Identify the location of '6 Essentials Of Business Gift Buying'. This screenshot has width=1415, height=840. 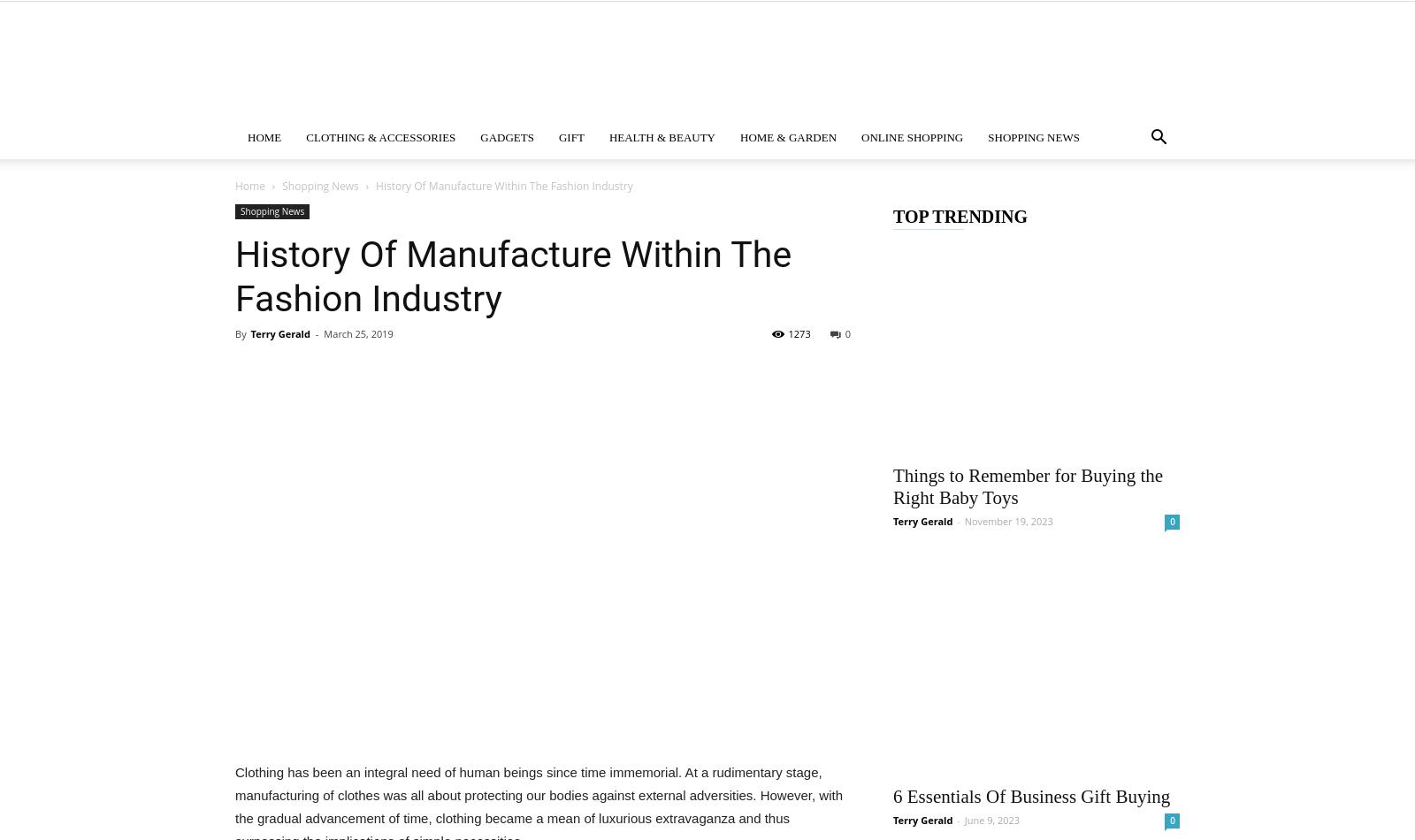
(892, 795).